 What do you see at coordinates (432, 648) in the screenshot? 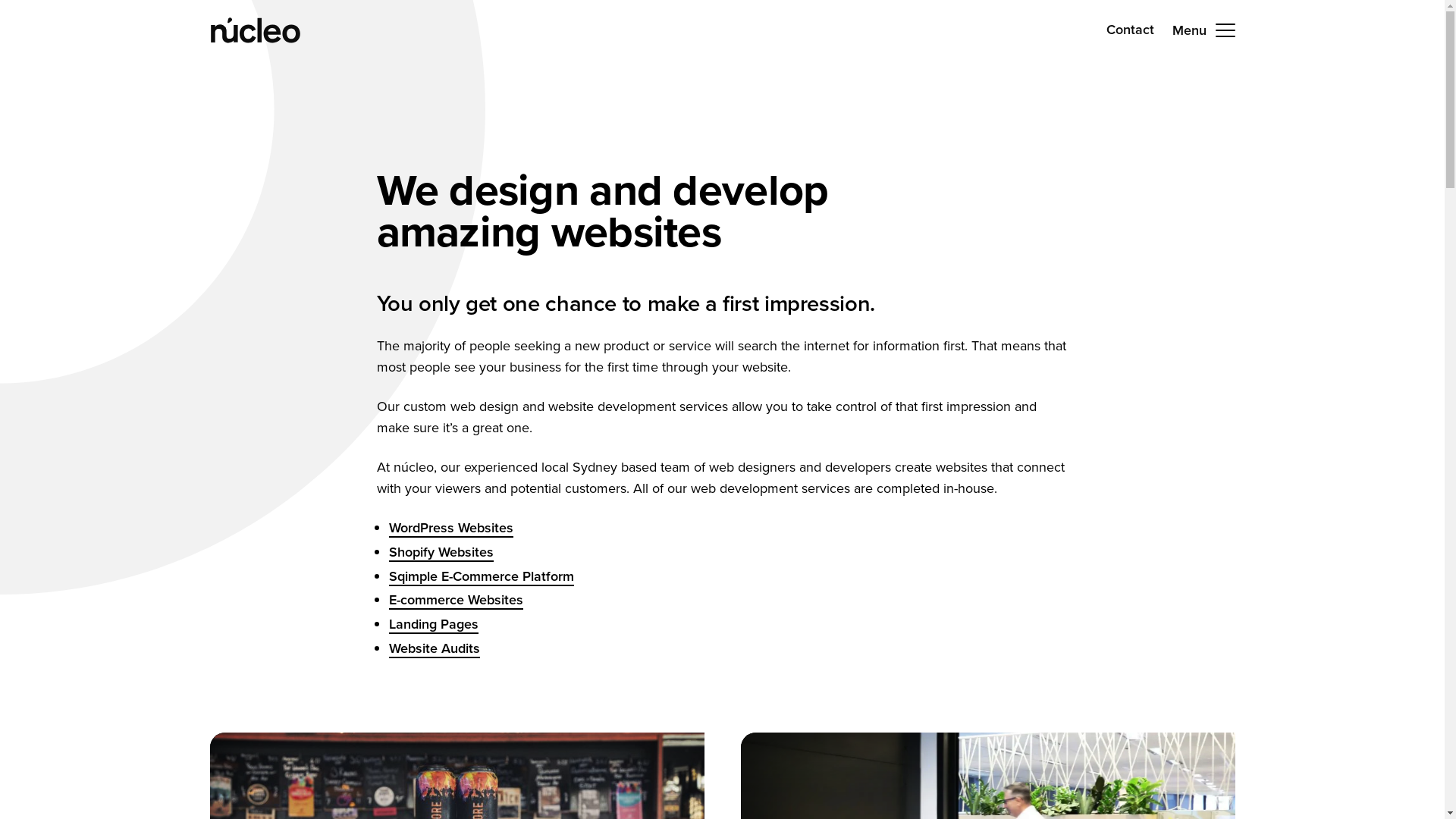
I see `'Website Audits'` at bounding box center [432, 648].